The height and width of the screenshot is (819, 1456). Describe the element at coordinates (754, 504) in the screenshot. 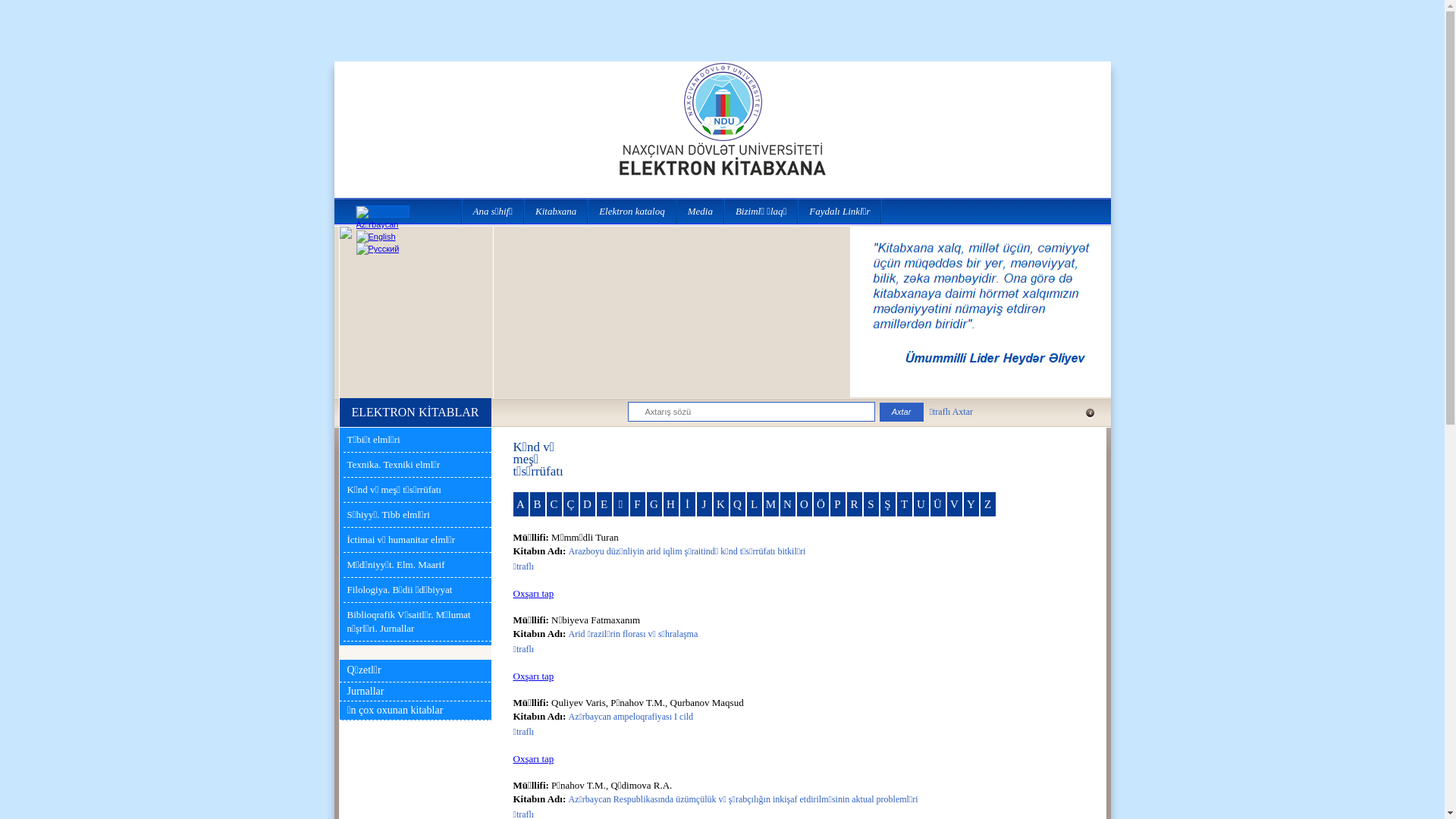

I see `'L'` at that location.